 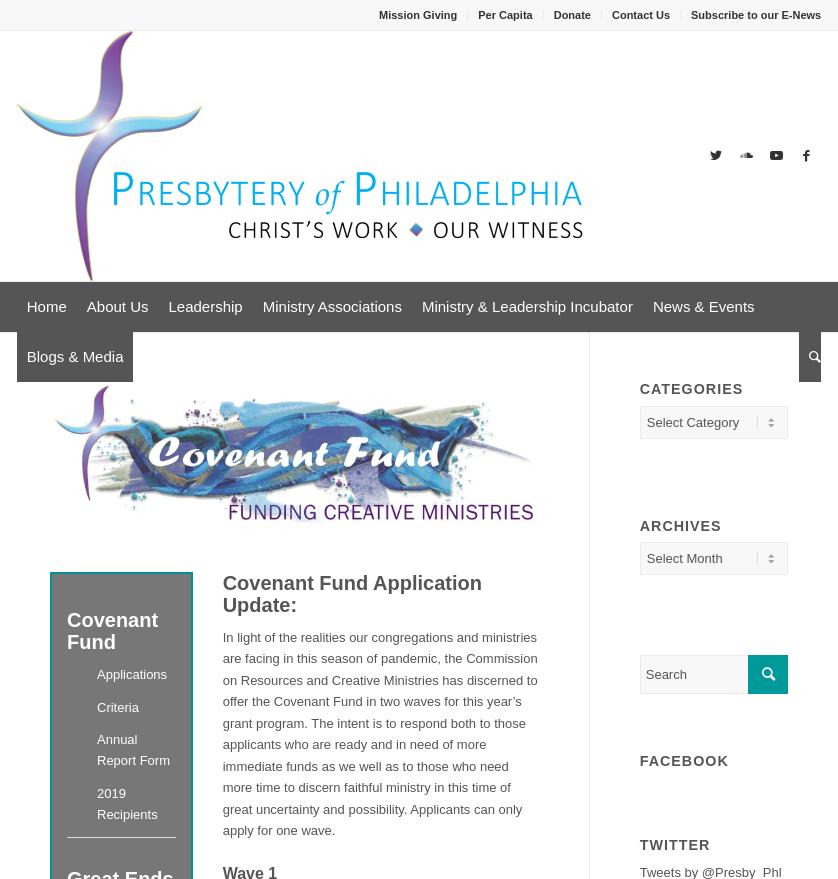 What do you see at coordinates (330, 306) in the screenshot?
I see `'Ministry Associations'` at bounding box center [330, 306].